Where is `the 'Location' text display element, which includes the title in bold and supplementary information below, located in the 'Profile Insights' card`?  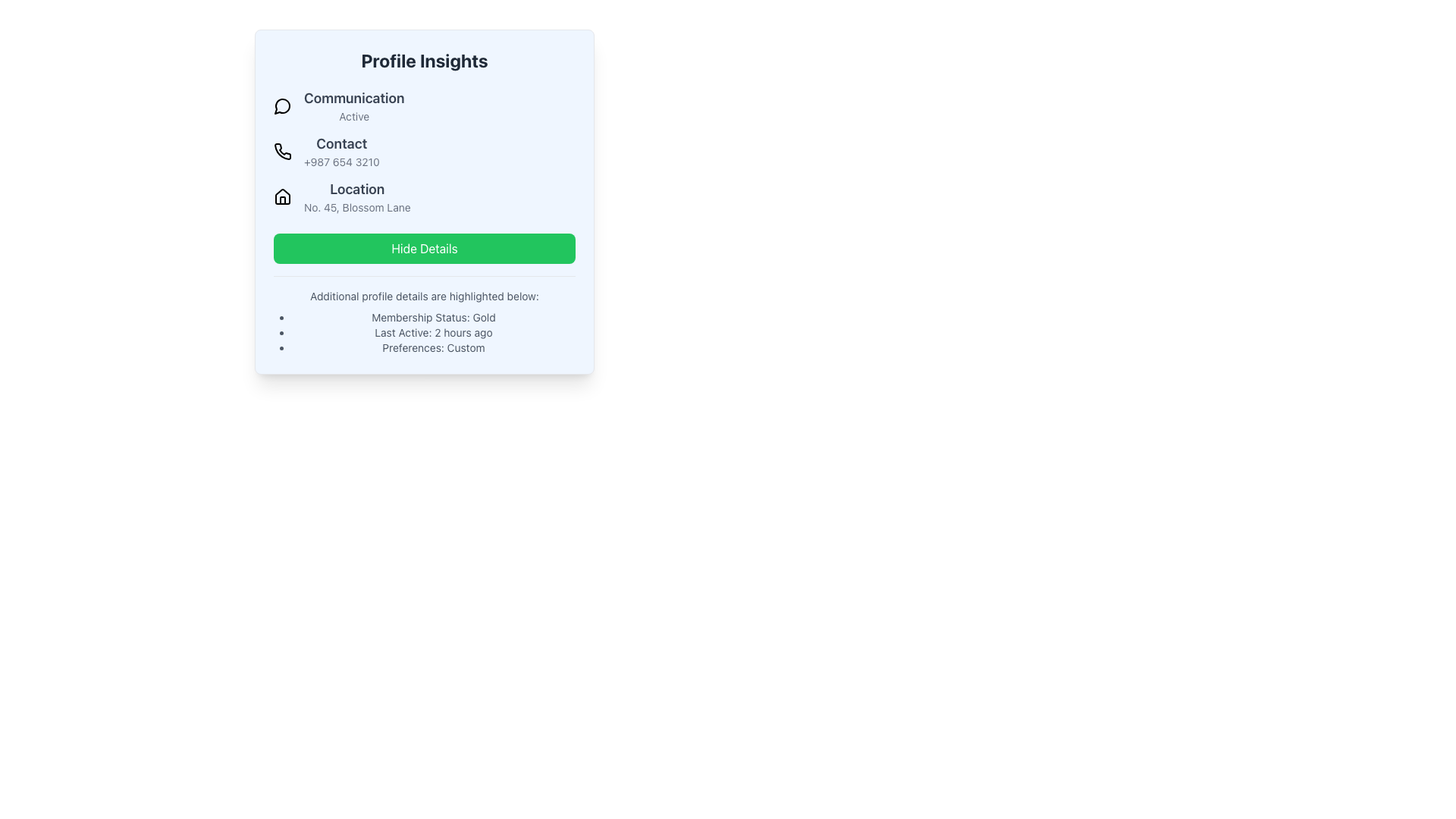
the 'Location' text display element, which includes the title in bold and supplementary information below, located in the 'Profile Insights' card is located at coordinates (356, 196).